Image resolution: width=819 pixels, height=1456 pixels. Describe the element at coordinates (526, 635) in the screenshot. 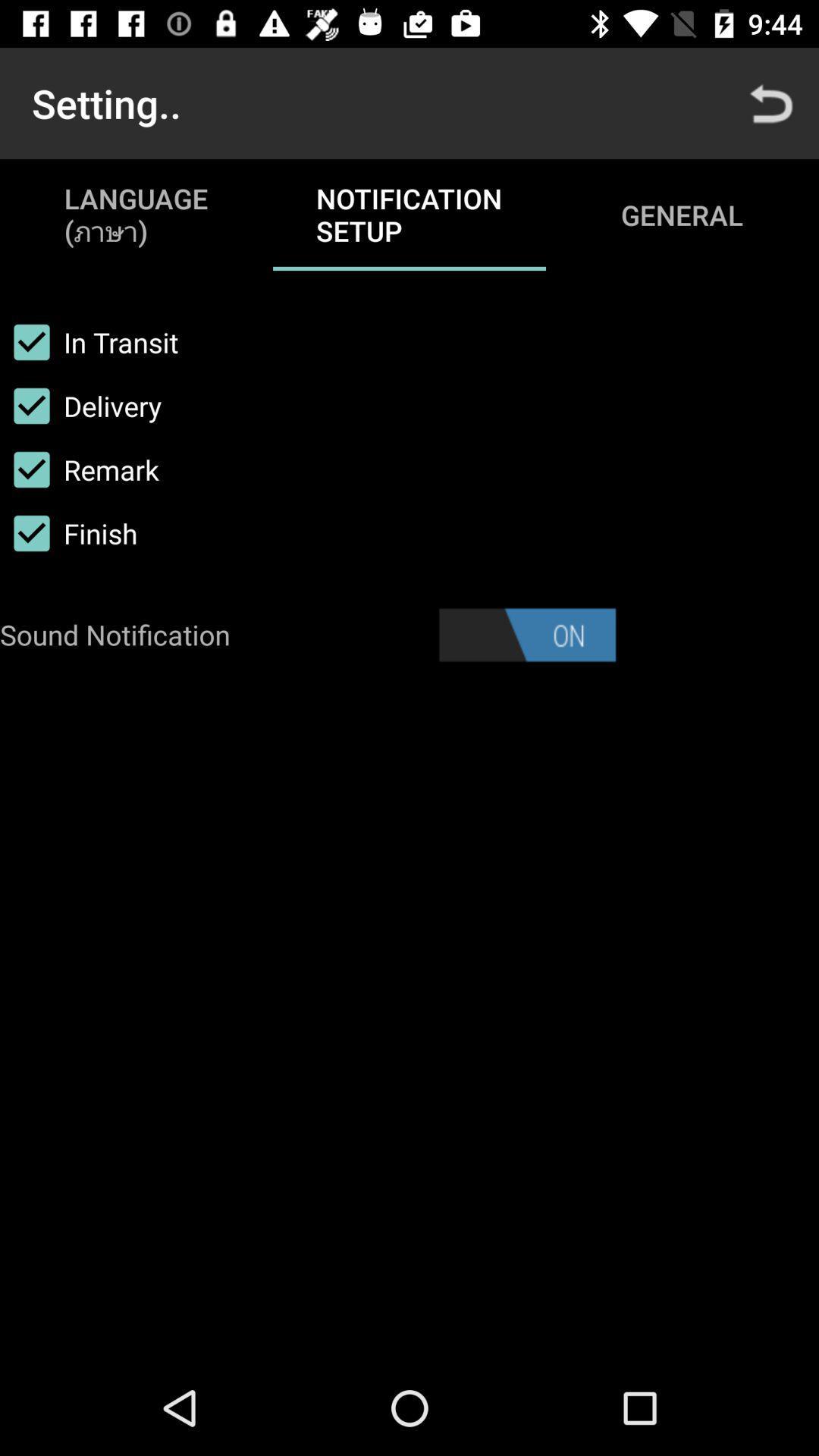

I see `app to the right of sound notification app` at that location.